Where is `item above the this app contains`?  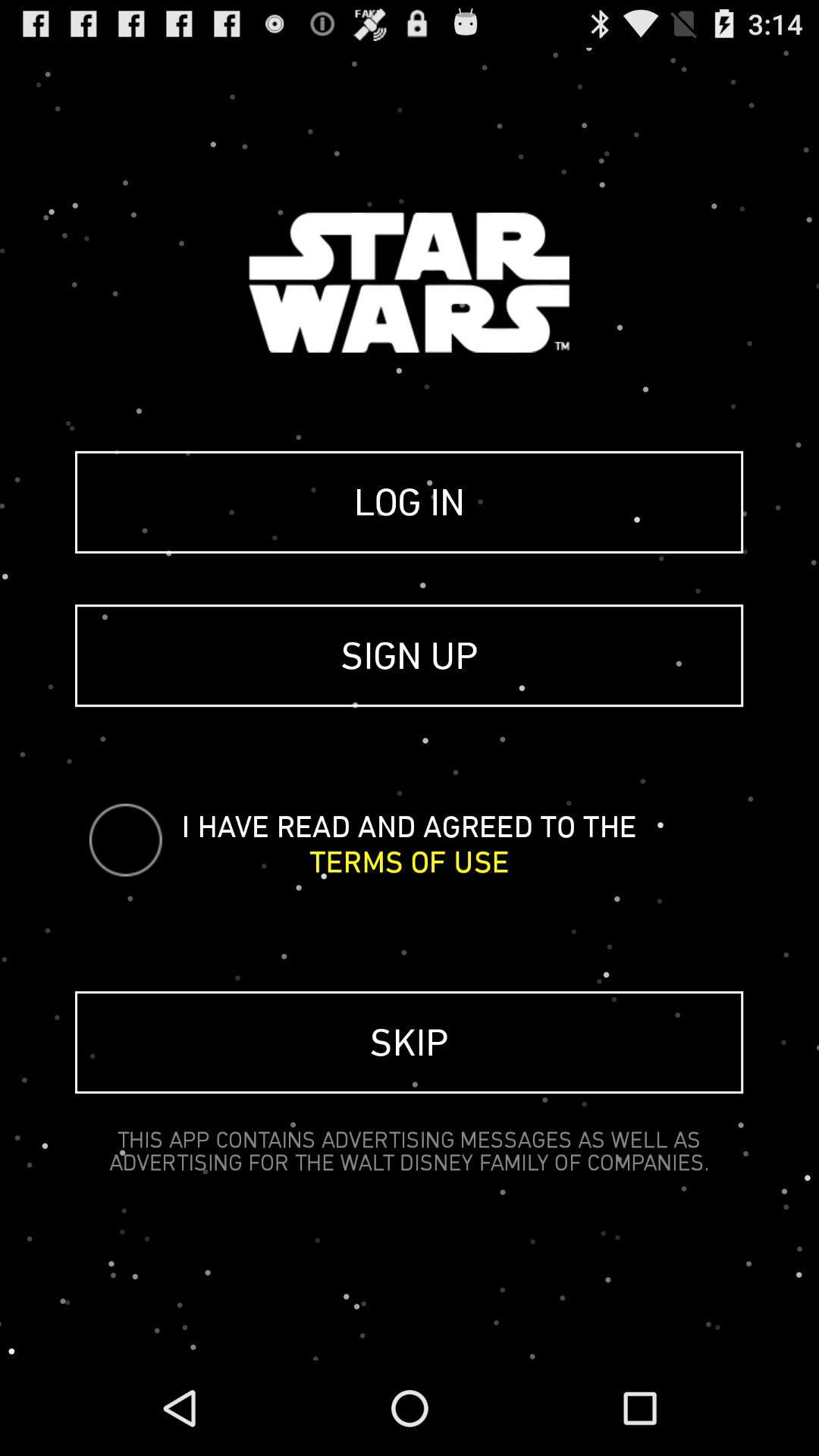 item above the this app contains is located at coordinates (408, 1041).